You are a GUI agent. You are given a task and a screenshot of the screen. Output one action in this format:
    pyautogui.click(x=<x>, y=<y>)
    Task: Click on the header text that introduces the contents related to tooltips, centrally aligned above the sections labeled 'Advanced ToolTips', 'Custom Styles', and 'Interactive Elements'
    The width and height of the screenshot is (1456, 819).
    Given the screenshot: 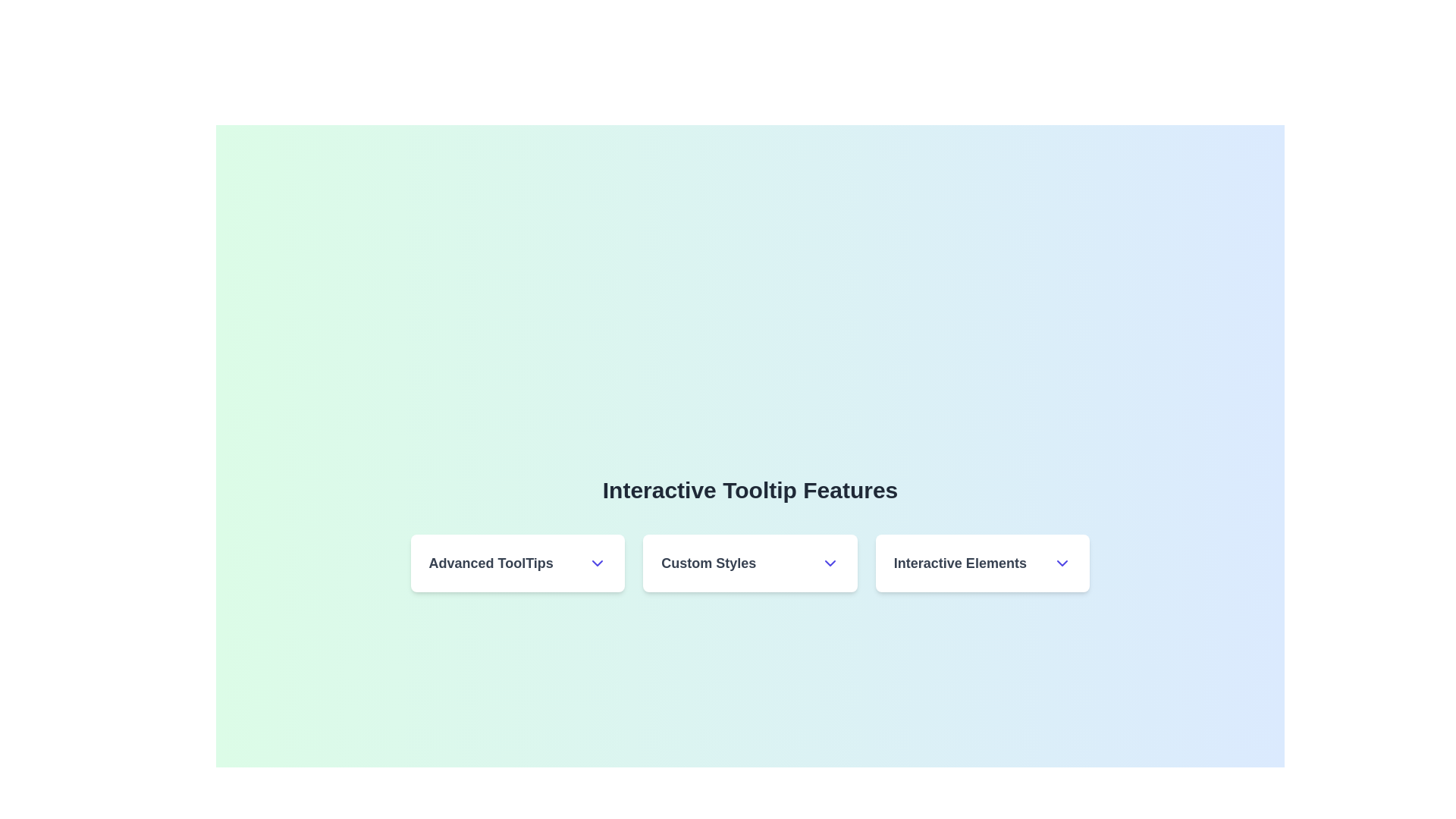 What is the action you would take?
    pyautogui.click(x=750, y=491)
    